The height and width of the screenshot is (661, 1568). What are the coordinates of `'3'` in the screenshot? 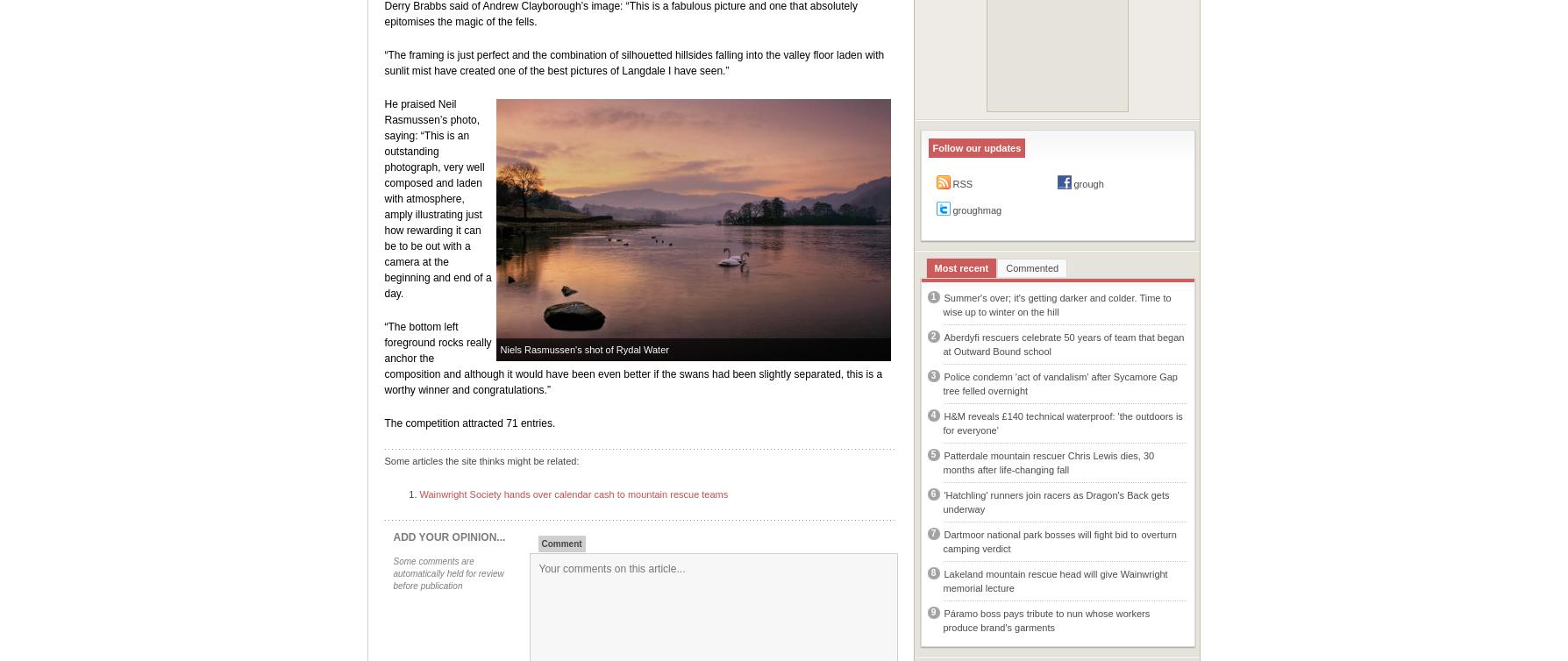 It's located at (933, 375).